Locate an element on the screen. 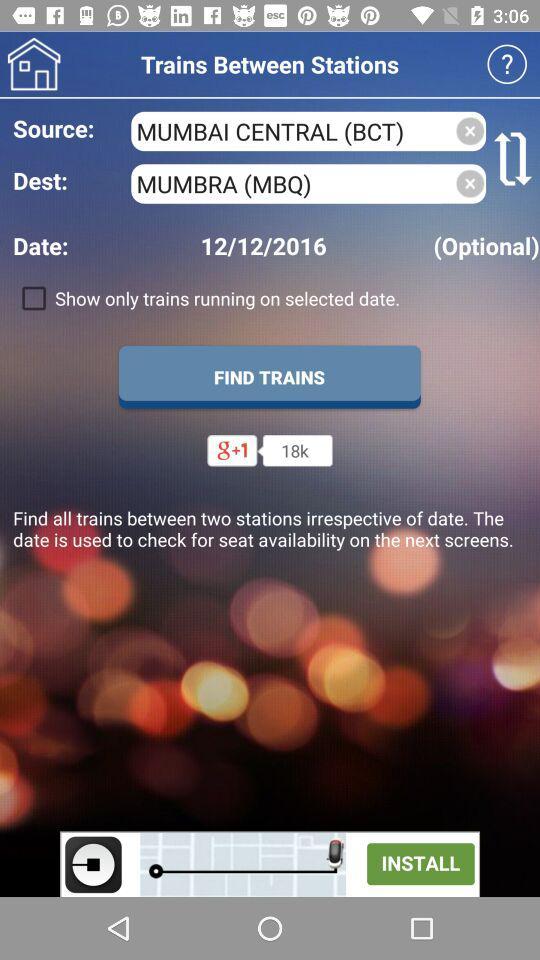  the repeat icon is located at coordinates (513, 157).